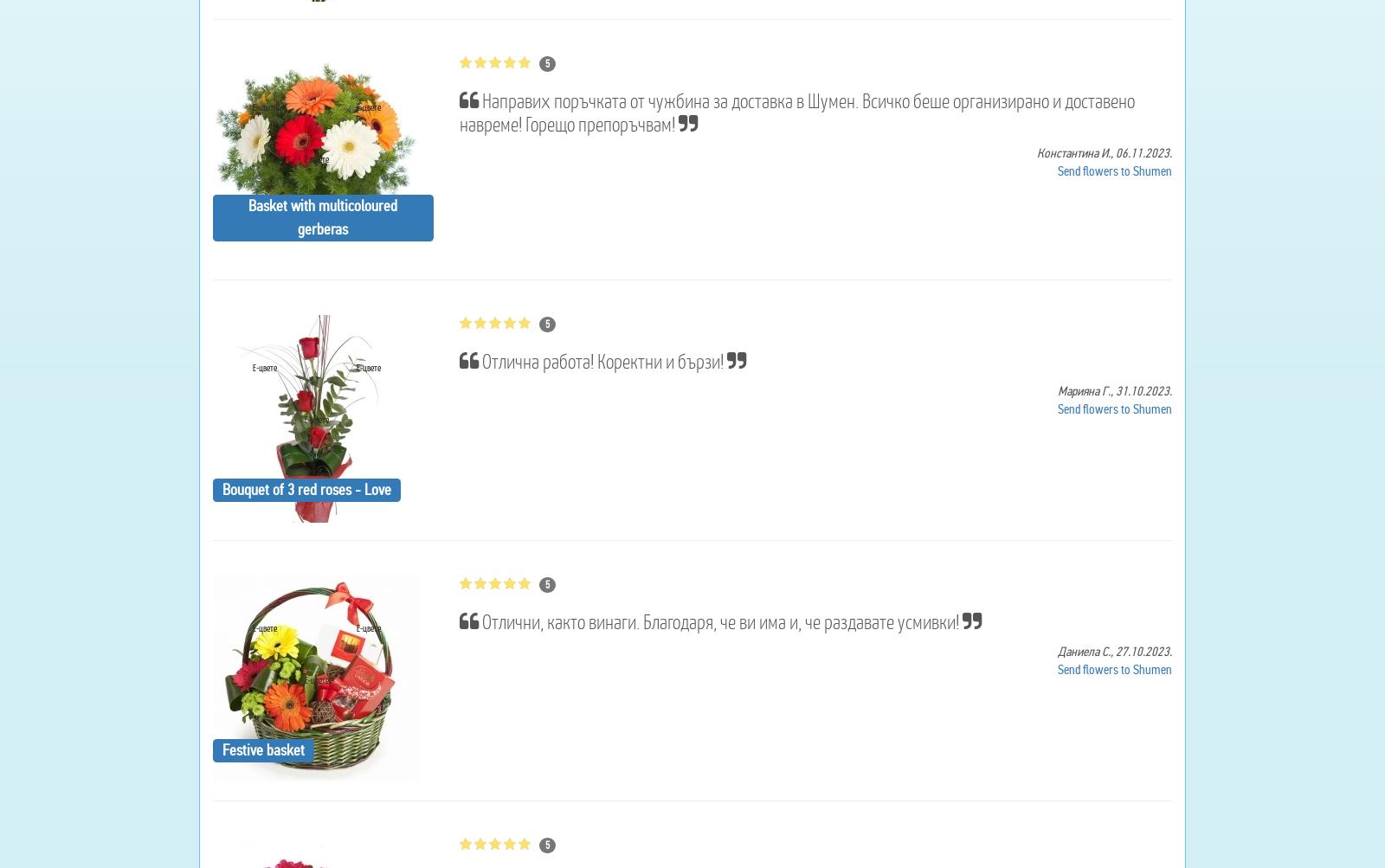 The width and height of the screenshot is (1385, 868). I want to click on 'Отлична работа! Коректни и бързи!', so click(477, 361).